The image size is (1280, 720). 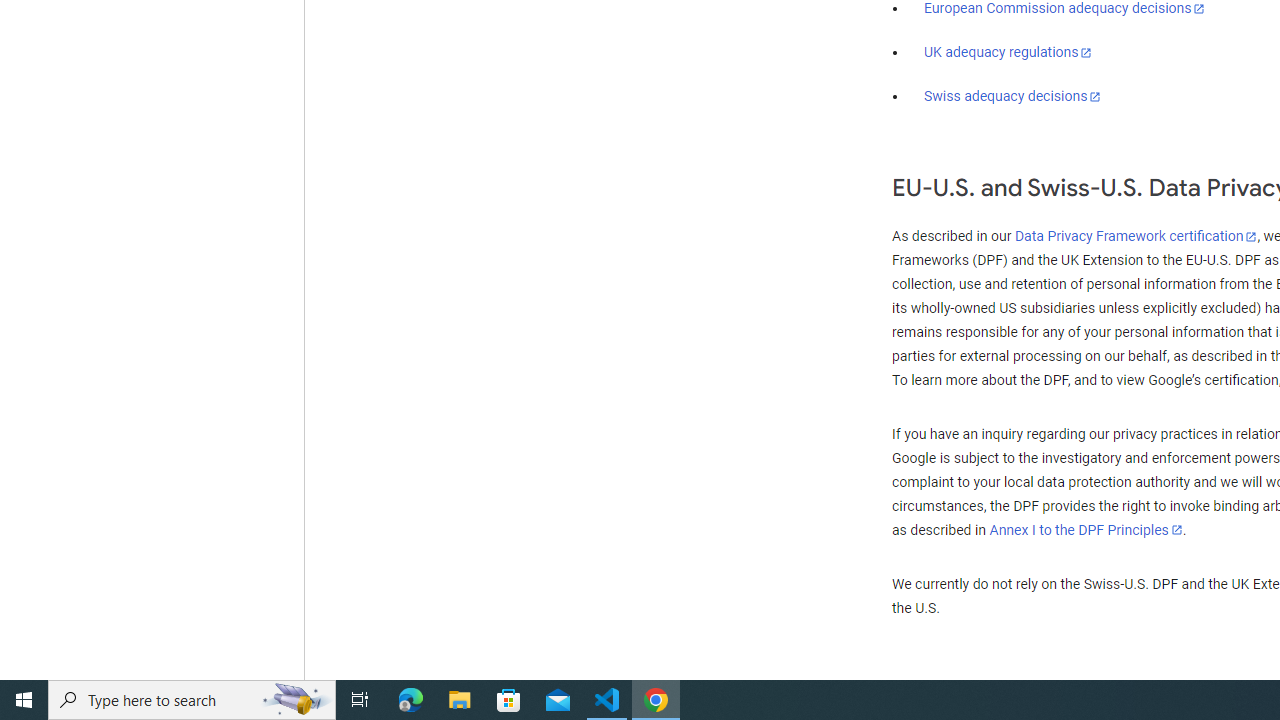 What do you see at coordinates (1008, 51) in the screenshot?
I see `'UK adequacy regulations'` at bounding box center [1008, 51].